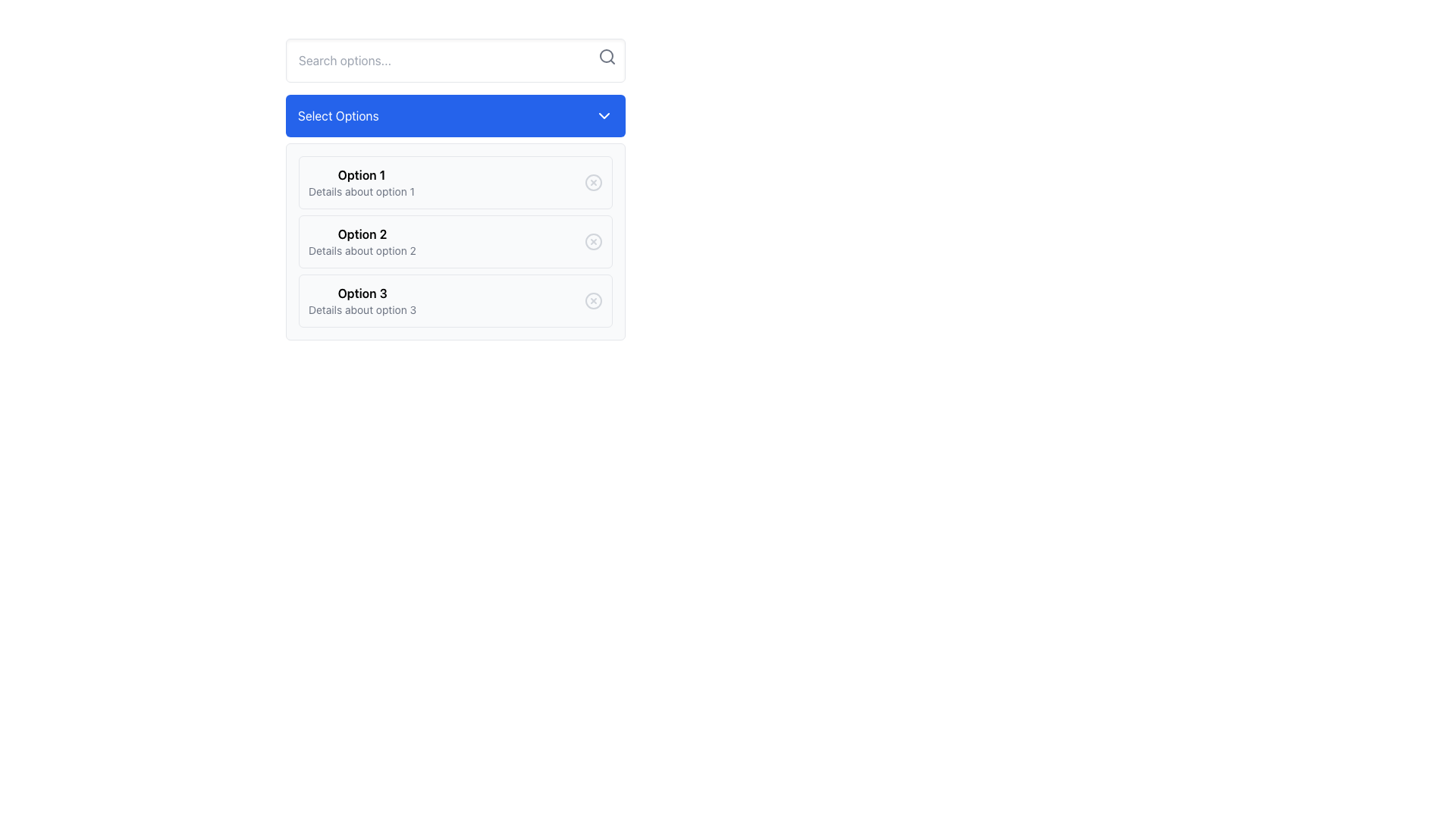 Image resolution: width=1456 pixels, height=819 pixels. I want to click on the Decorative Icon located next to the 'Details about option 2' text in the 'Option 2' block, which is a circular icon with a light gray border, so click(592, 241).